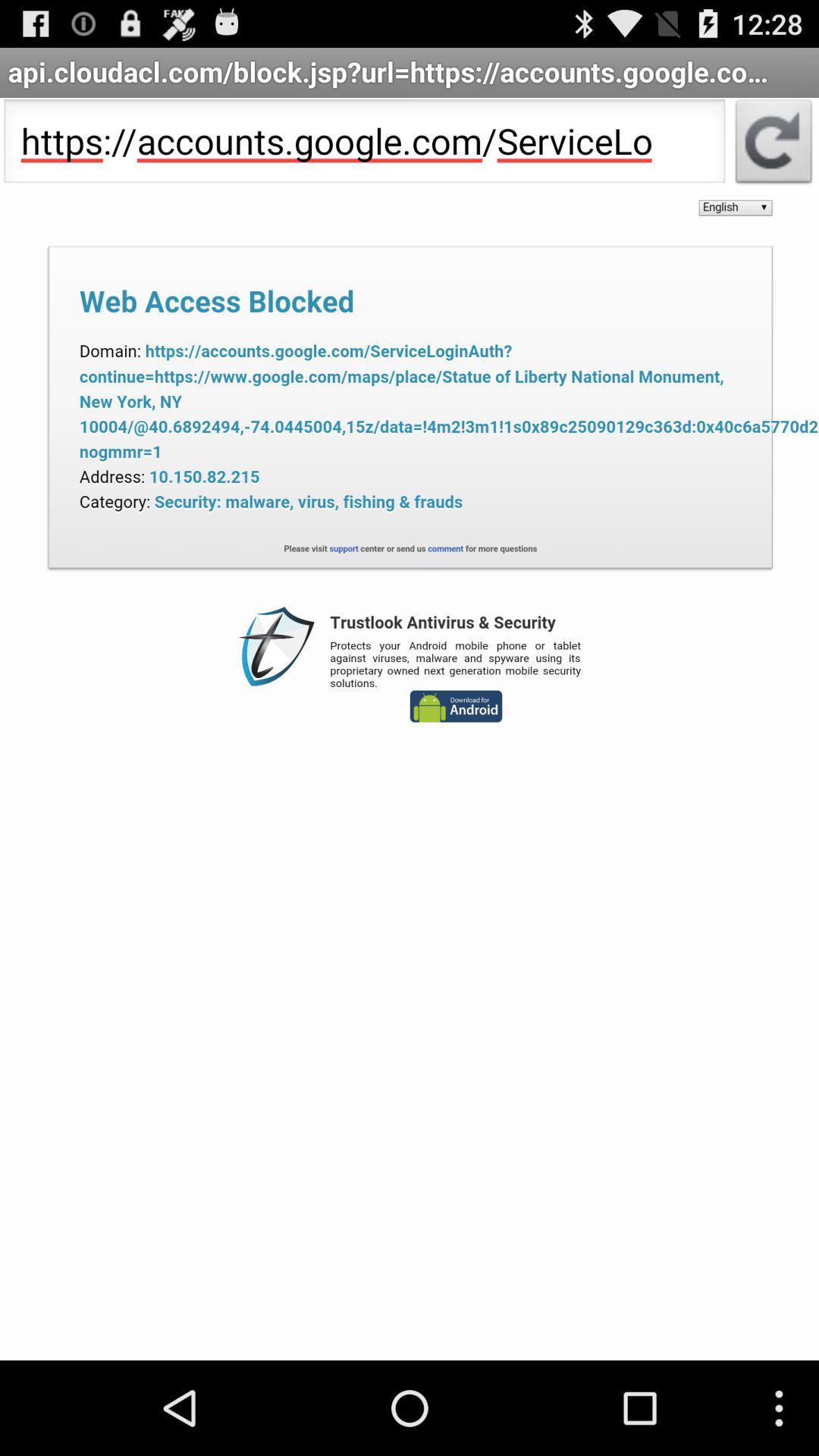  What do you see at coordinates (773, 146) in the screenshot?
I see `reload page` at bounding box center [773, 146].